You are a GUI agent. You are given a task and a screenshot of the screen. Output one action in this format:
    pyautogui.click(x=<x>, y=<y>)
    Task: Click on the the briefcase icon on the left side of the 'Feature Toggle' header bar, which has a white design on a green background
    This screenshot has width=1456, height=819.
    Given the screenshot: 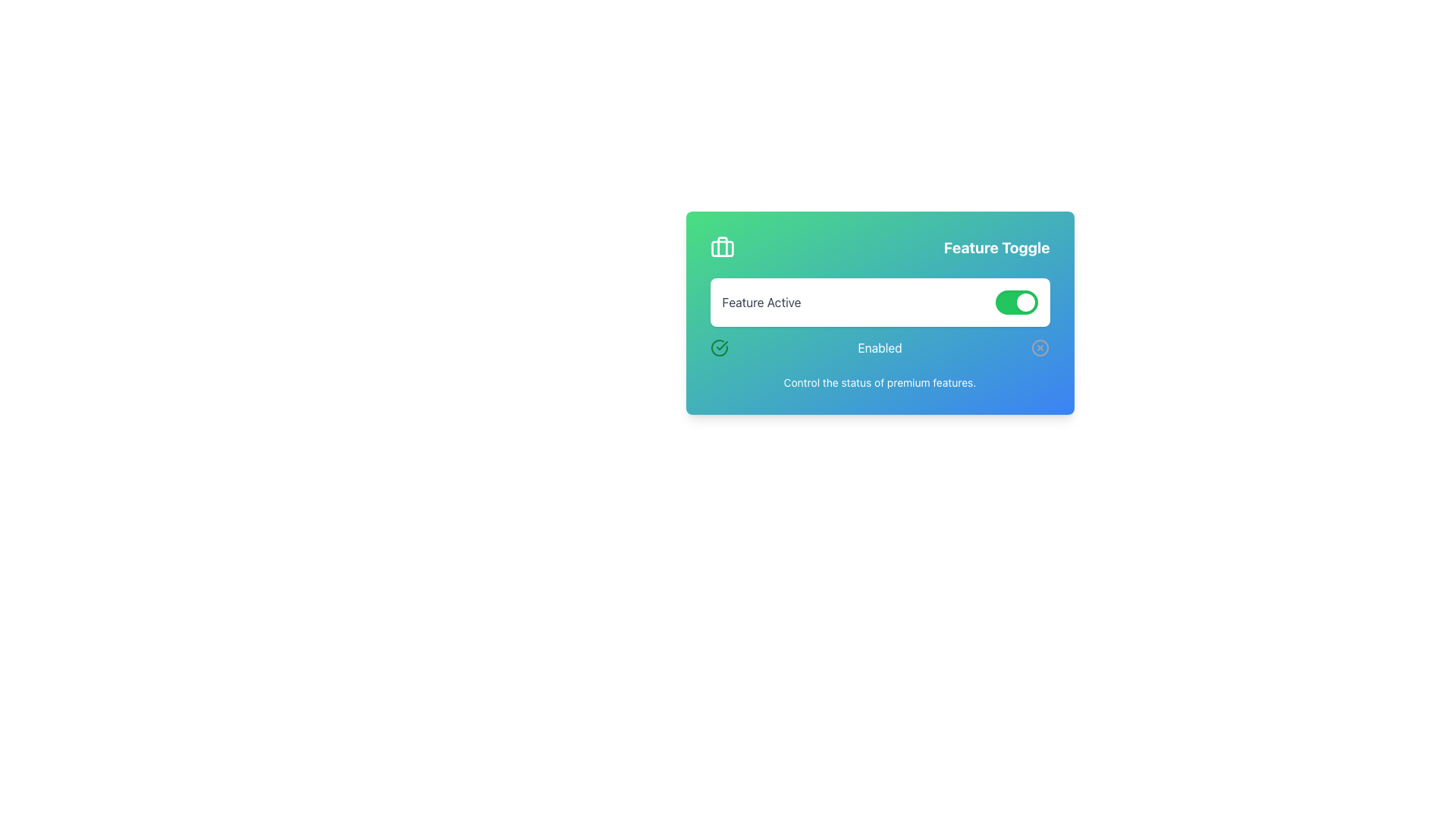 What is the action you would take?
    pyautogui.click(x=721, y=247)
    